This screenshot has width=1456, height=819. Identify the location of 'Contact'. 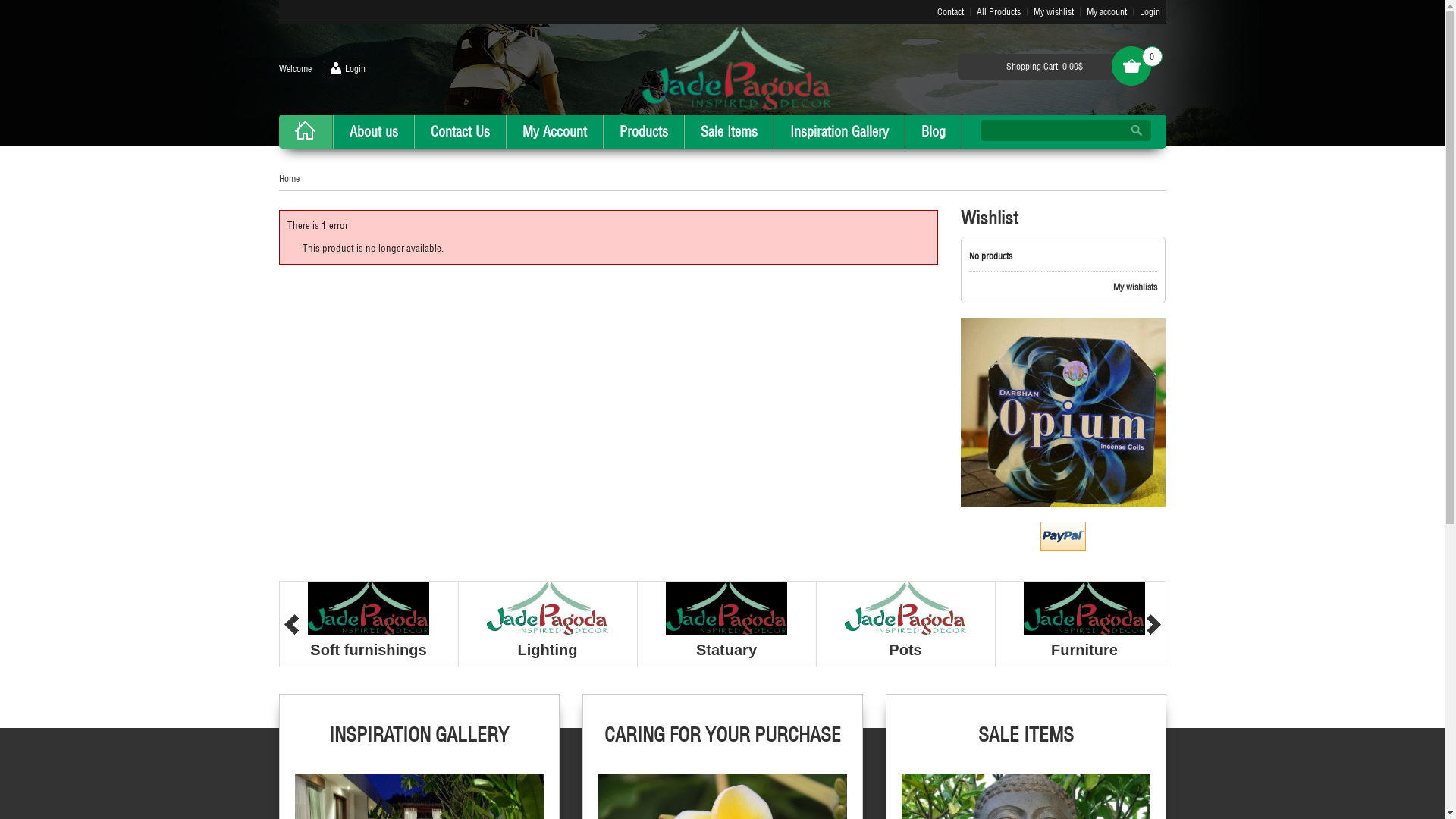
(949, 11).